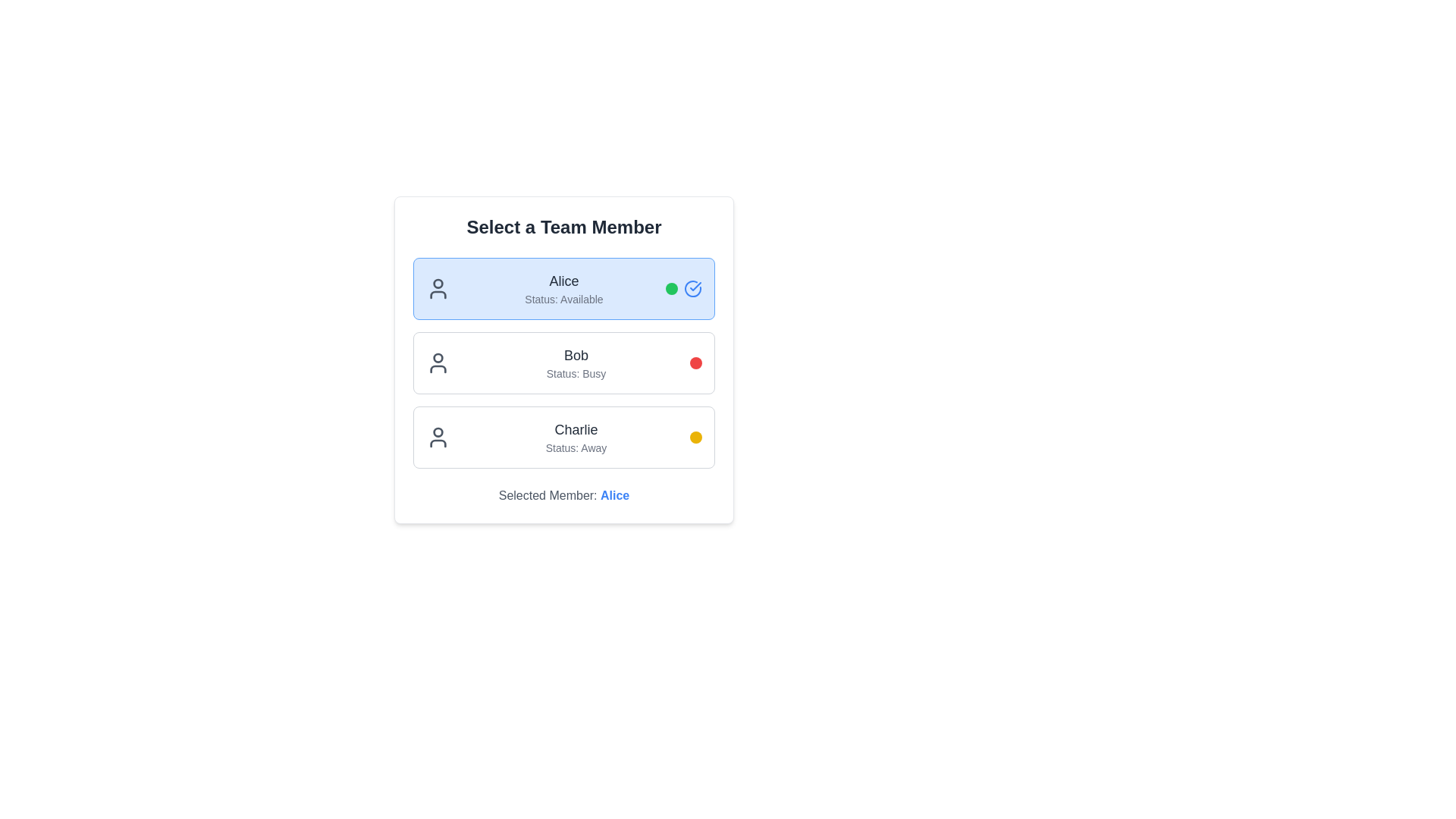 The height and width of the screenshot is (819, 1456). Describe the element at coordinates (692, 289) in the screenshot. I see `the circular icon forming part of the check mark symbol in the SVG graphic located to the right of 'Alice' in the 'Select a Team Member' list` at that location.